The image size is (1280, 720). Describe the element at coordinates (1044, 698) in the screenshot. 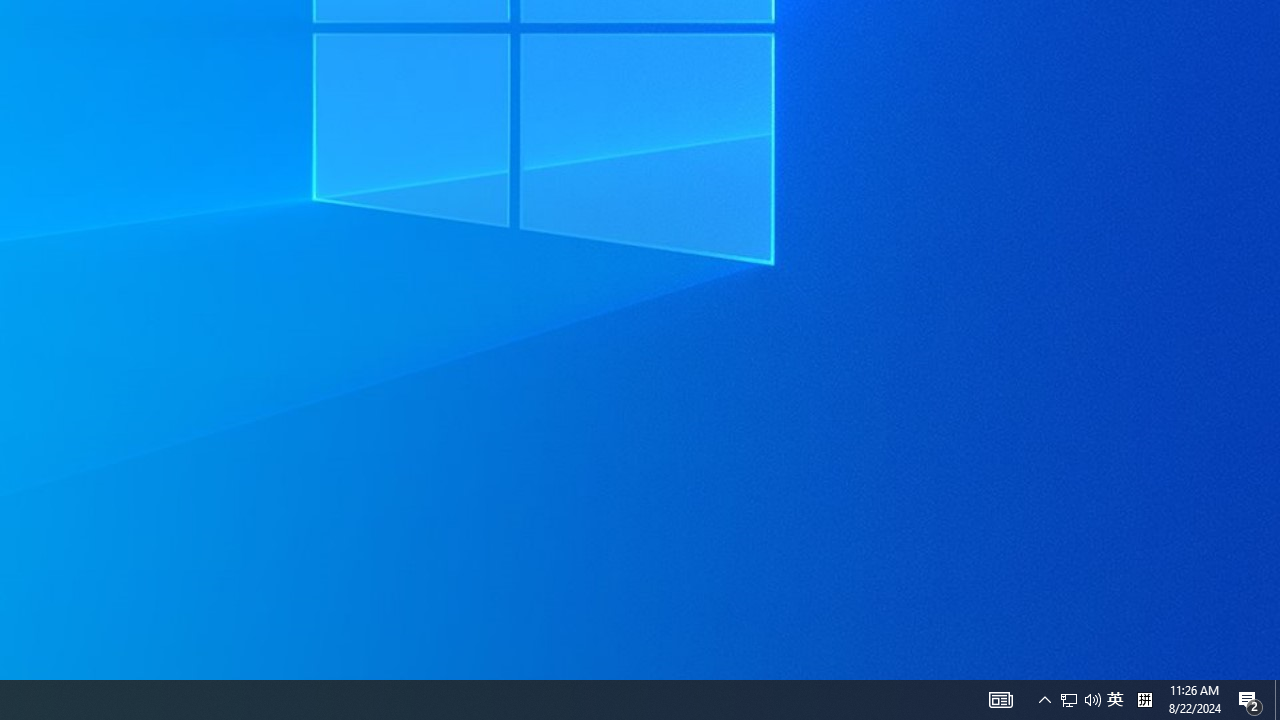

I see `'AutomationID: 4105'` at that location.